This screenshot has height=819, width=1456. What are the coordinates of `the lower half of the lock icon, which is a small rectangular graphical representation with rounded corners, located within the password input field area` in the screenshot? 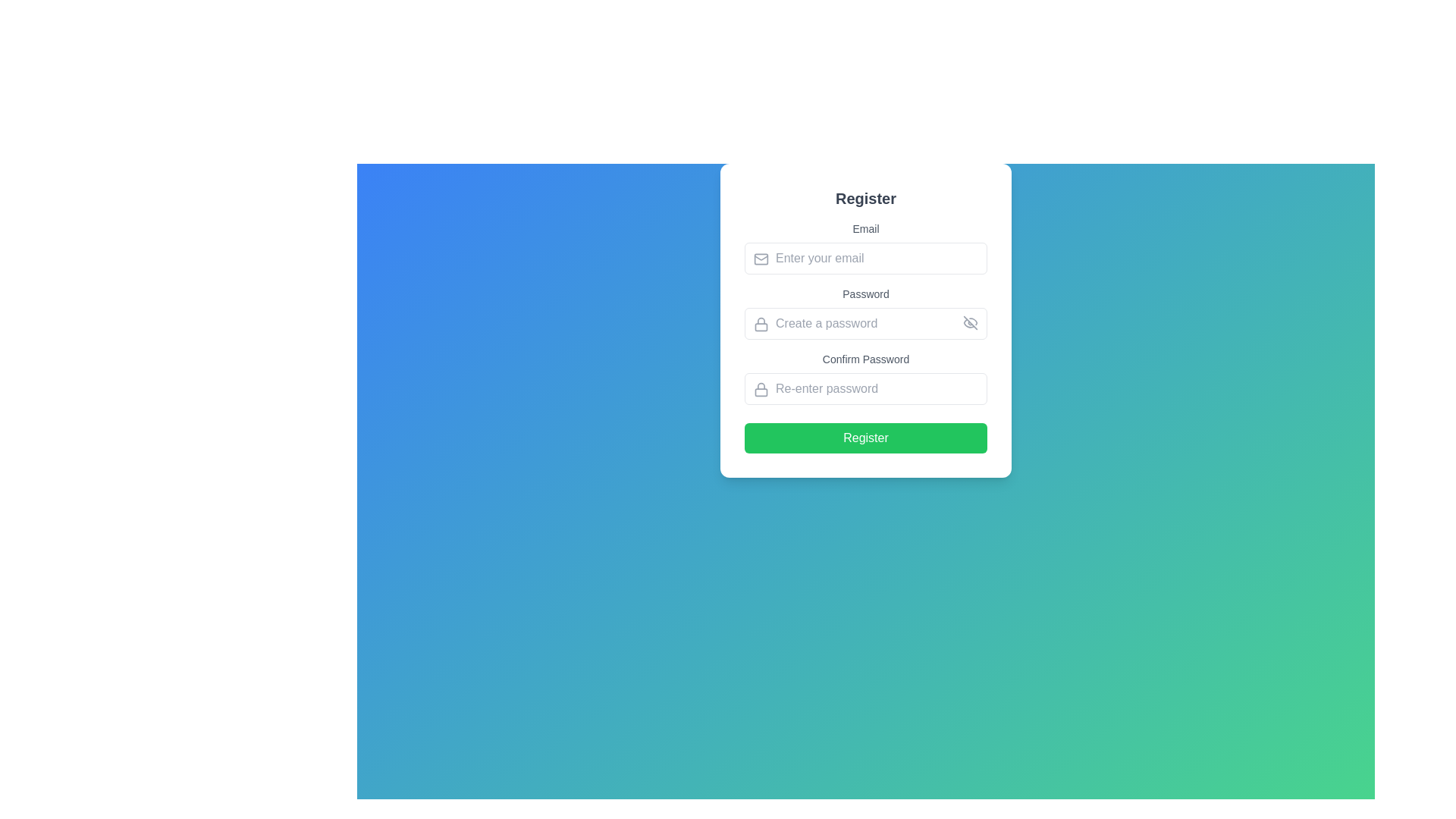 It's located at (761, 326).